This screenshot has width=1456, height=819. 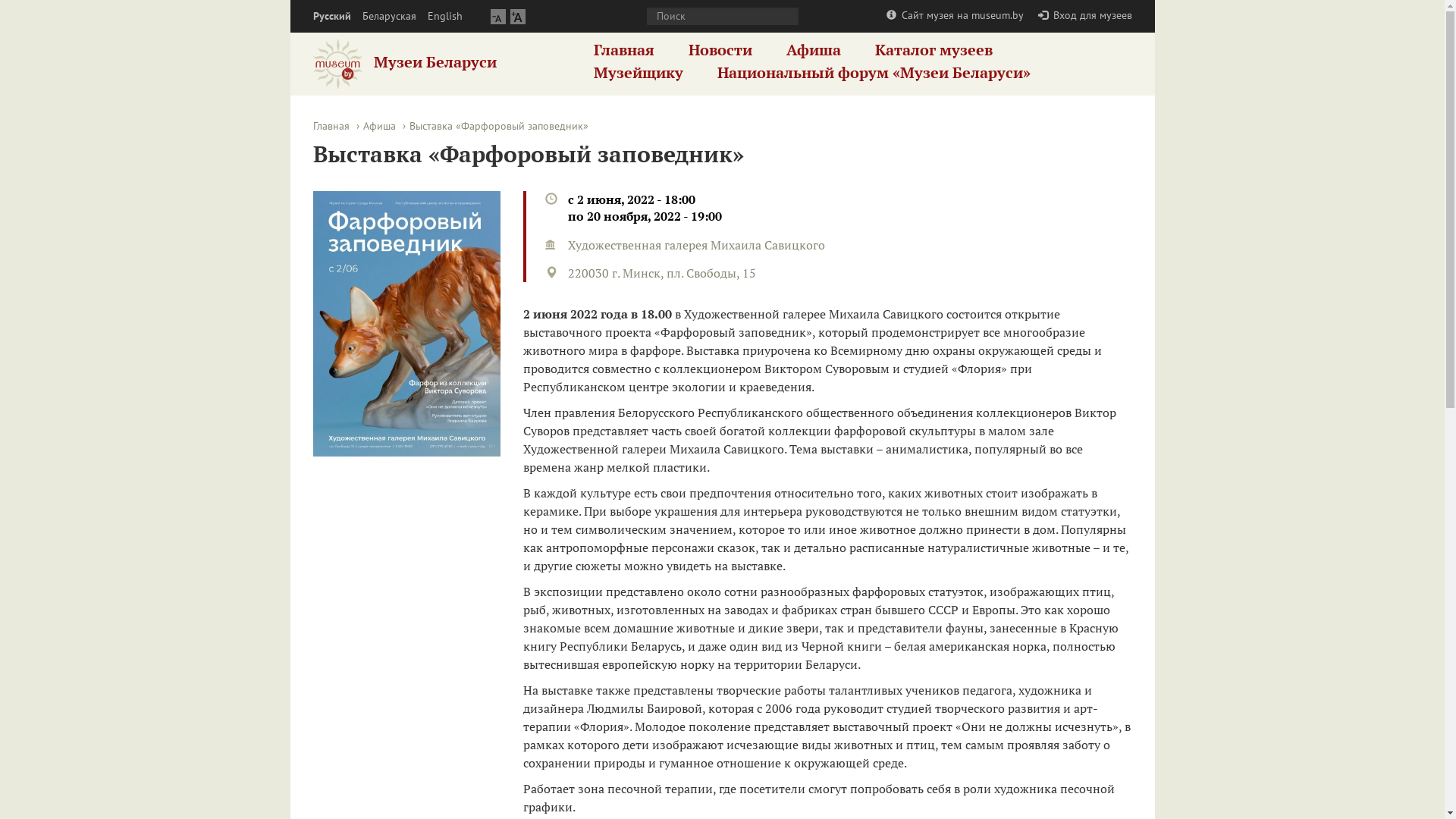 What do you see at coordinates (497, 16) in the screenshot?
I see `'A'` at bounding box center [497, 16].